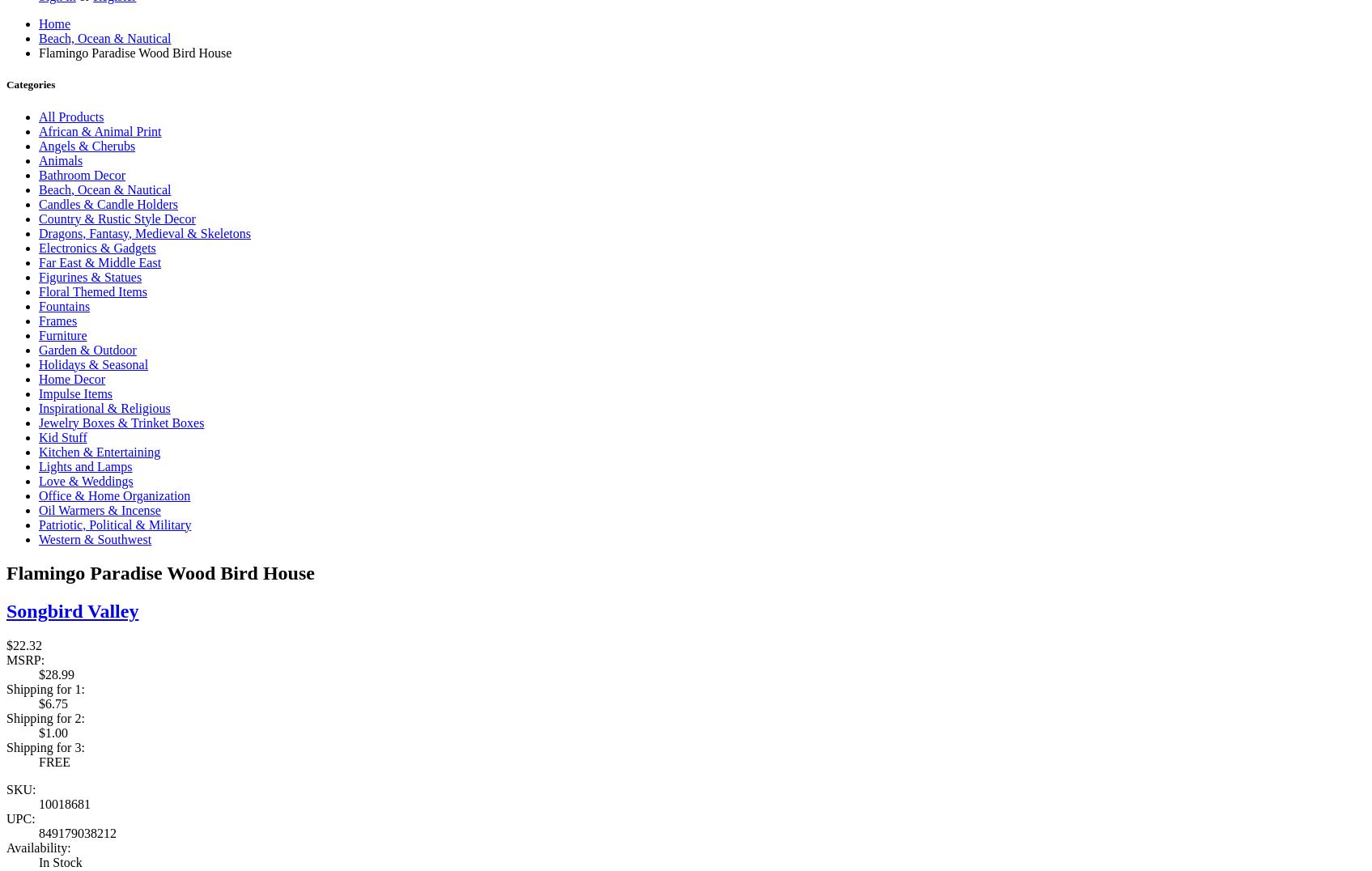 The height and width of the screenshot is (871, 1372). Describe the element at coordinates (115, 523) in the screenshot. I see `'Patriotic, Political & Military'` at that location.